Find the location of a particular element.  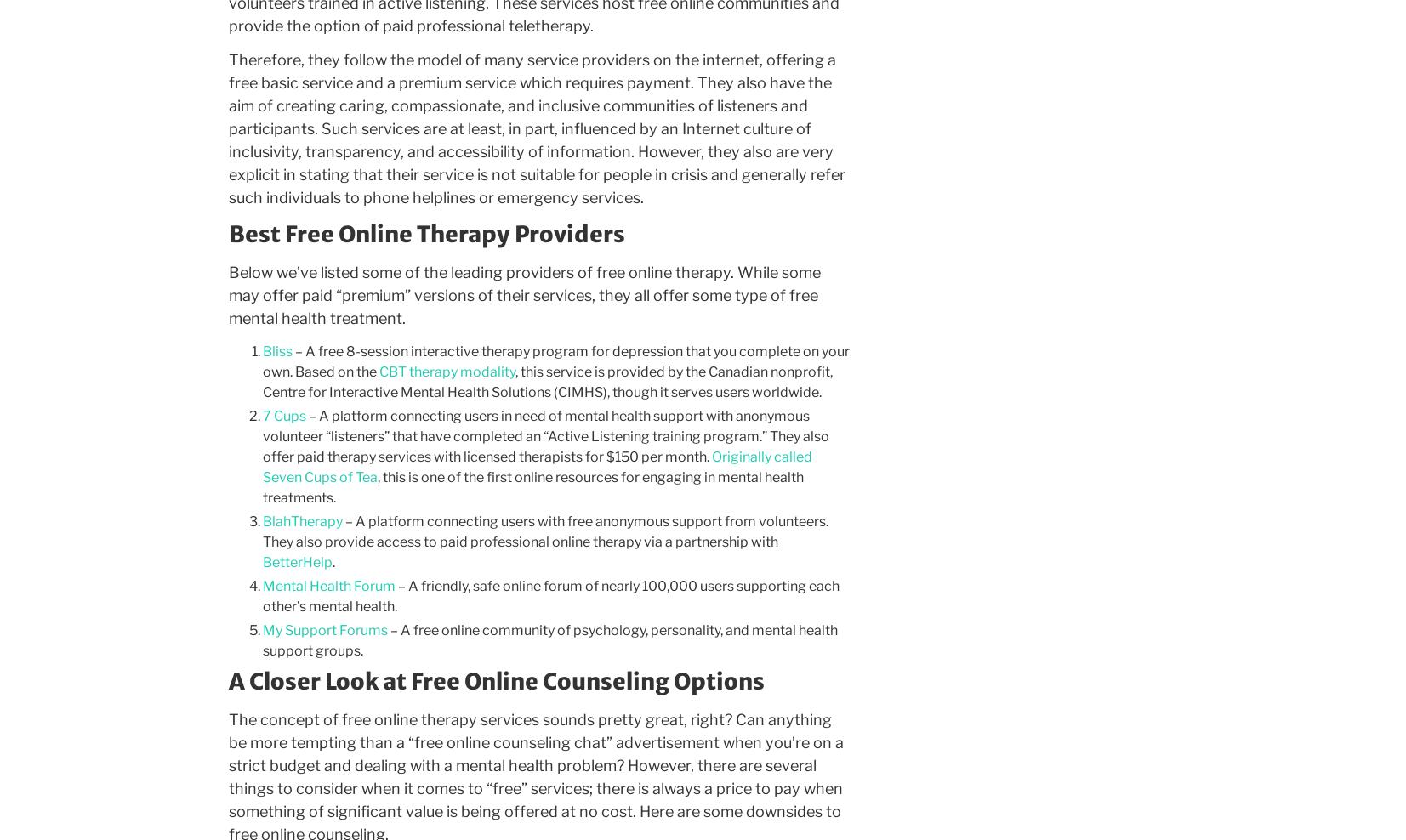

'My Support Forums' is located at coordinates (323, 629).